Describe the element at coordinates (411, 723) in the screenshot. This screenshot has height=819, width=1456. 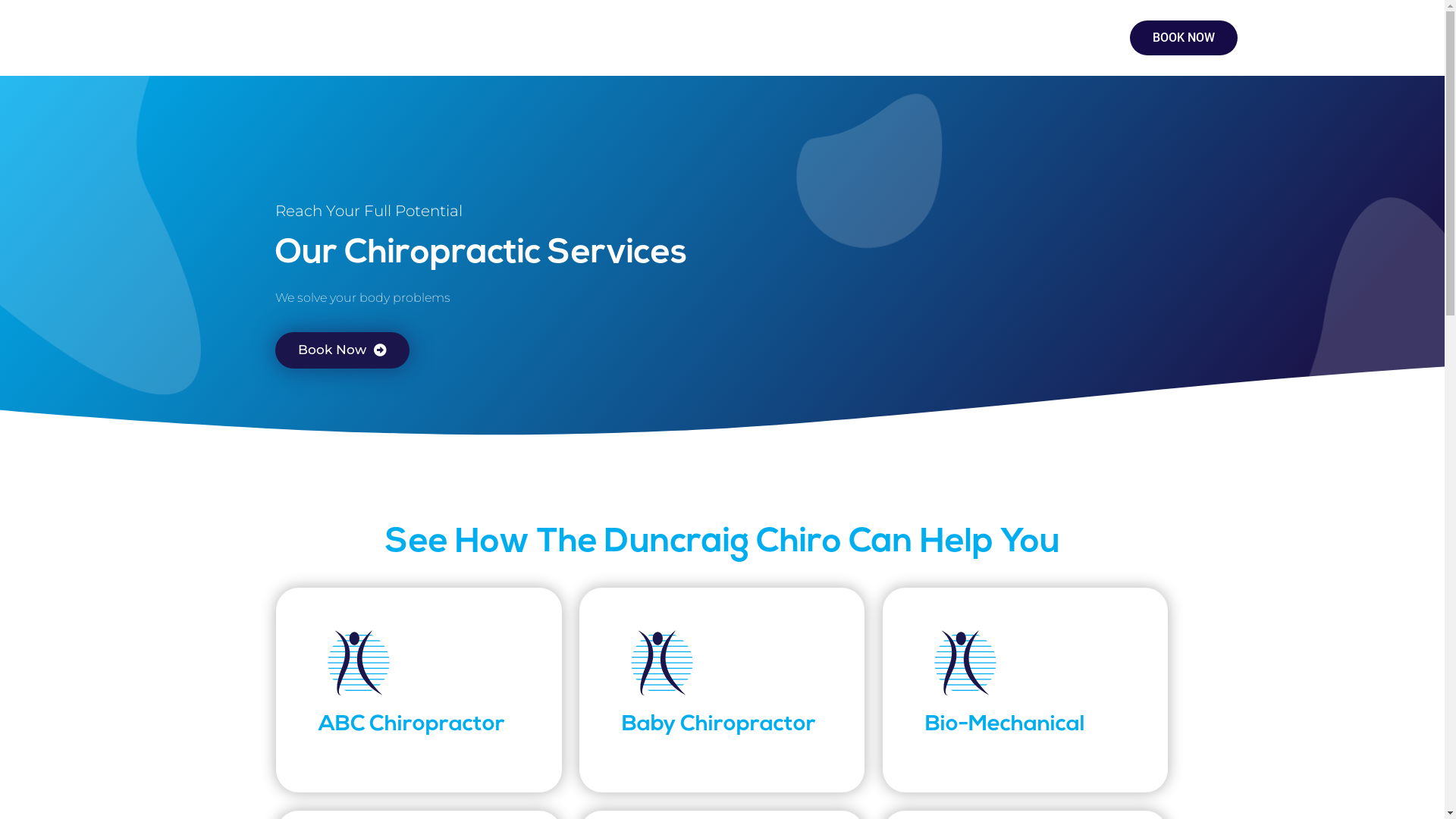
I see `'ABC Chiropractor'` at that location.